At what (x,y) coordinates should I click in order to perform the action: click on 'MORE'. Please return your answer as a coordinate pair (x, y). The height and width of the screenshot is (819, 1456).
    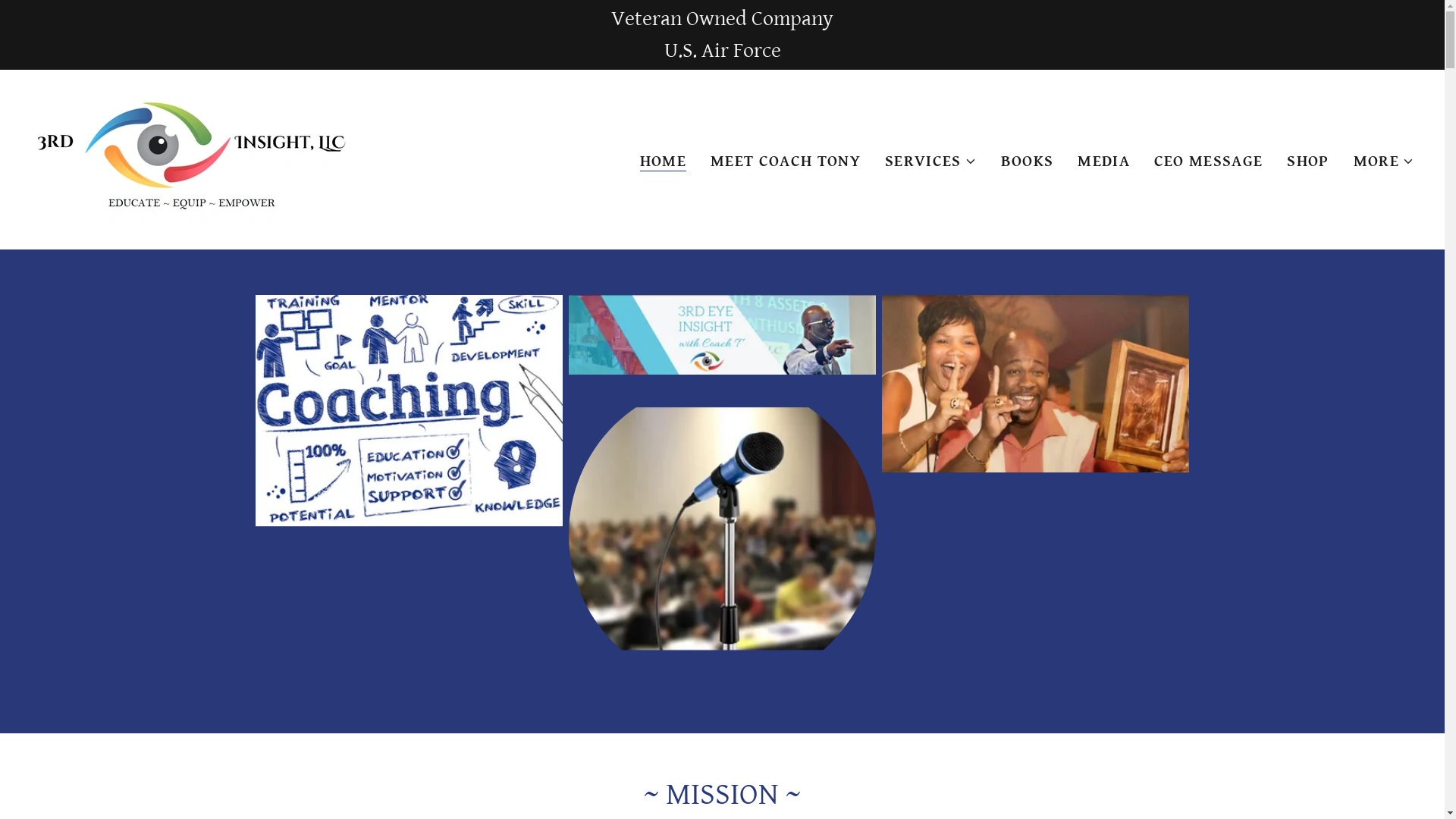
    Looking at the image, I should click on (1383, 161).